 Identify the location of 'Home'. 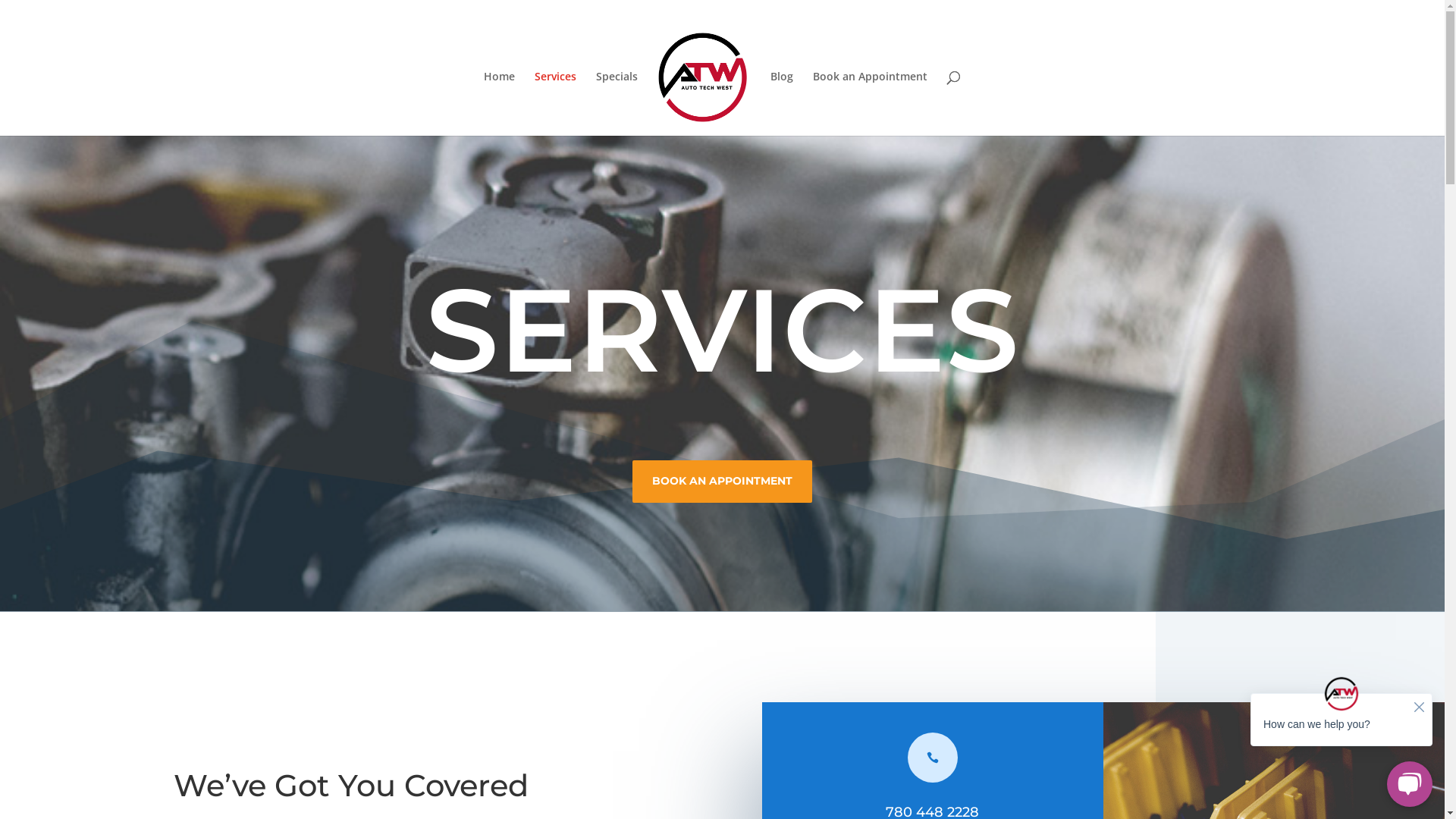
(499, 102).